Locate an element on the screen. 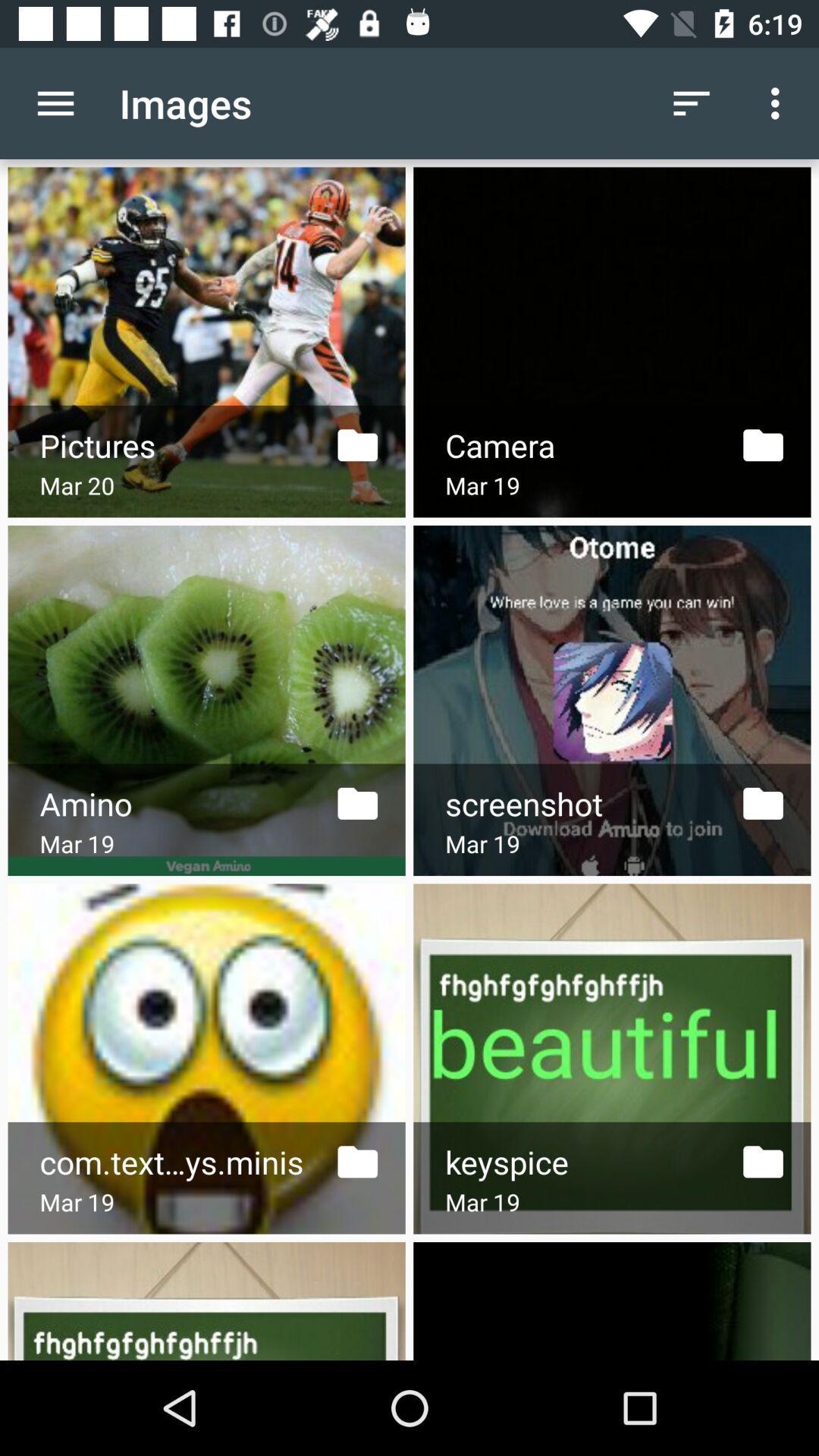 Image resolution: width=819 pixels, height=1456 pixels. the app next to images item is located at coordinates (55, 102).